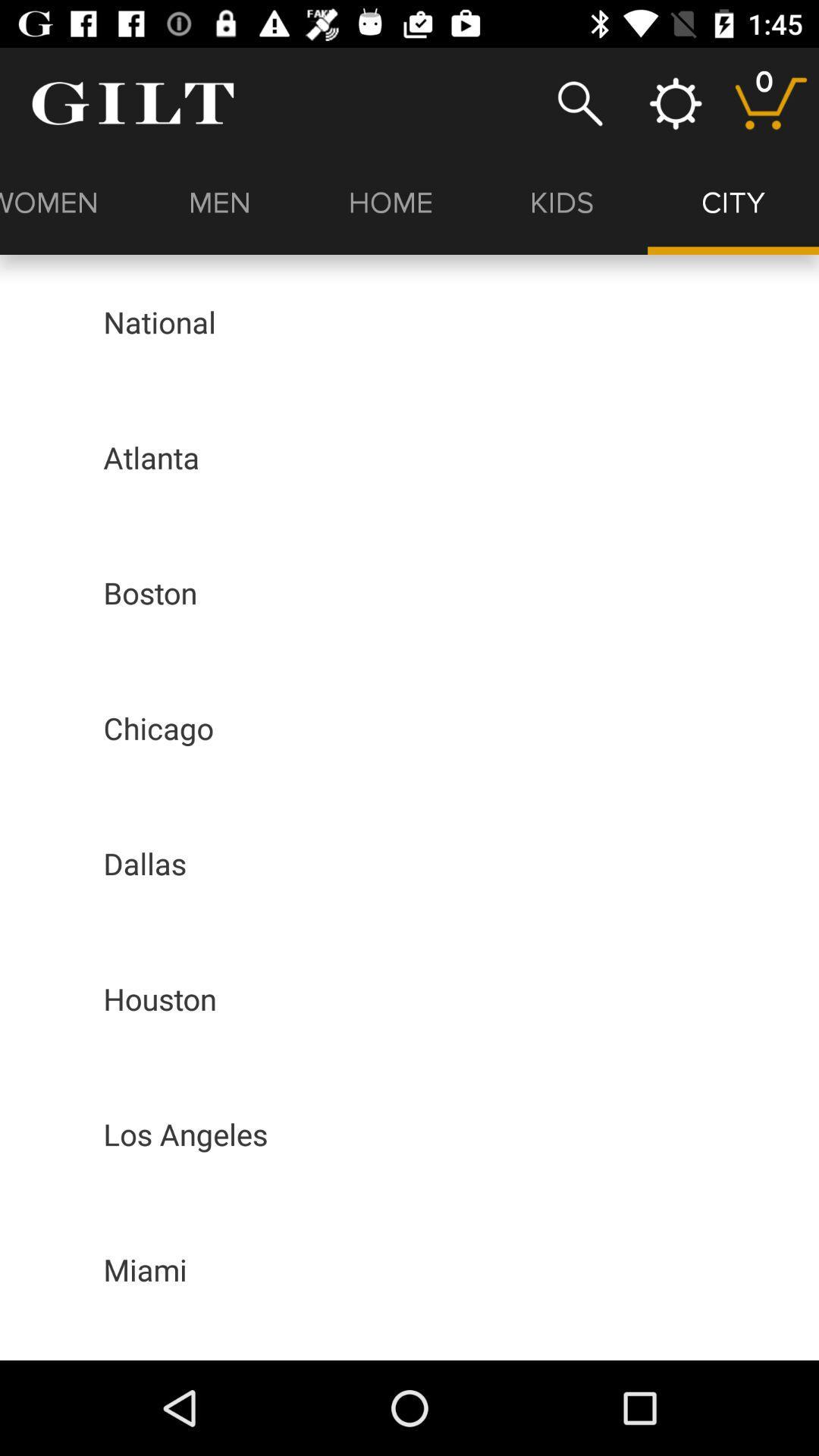 Image resolution: width=819 pixels, height=1456 pixels. What do you see at coordinates (158, 728) in the screenshot?
I see `the icon below boston icon` at bounding box center [158, 728].